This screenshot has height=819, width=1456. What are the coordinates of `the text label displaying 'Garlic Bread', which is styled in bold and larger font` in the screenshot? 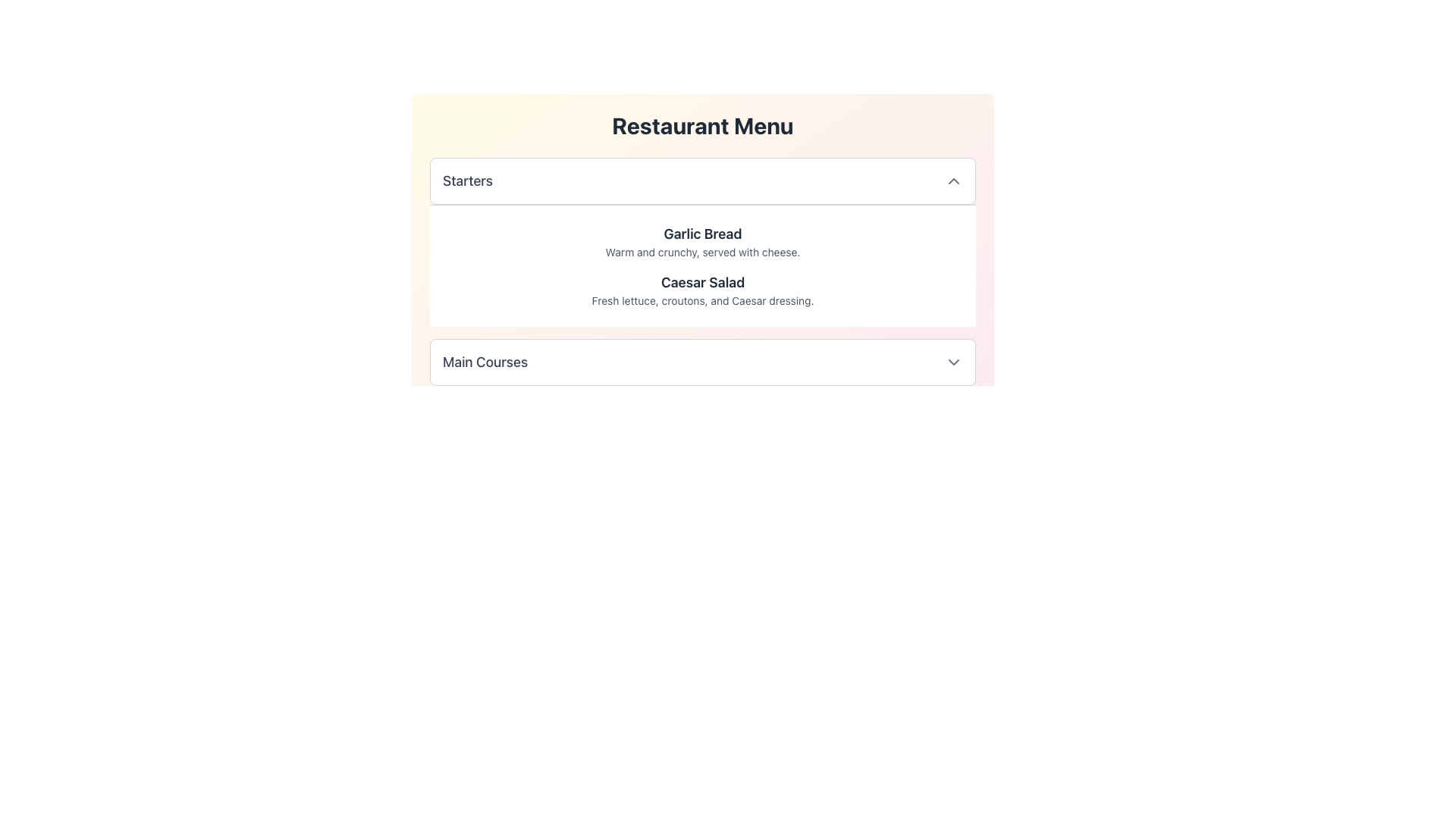 It's located at (701, 234).